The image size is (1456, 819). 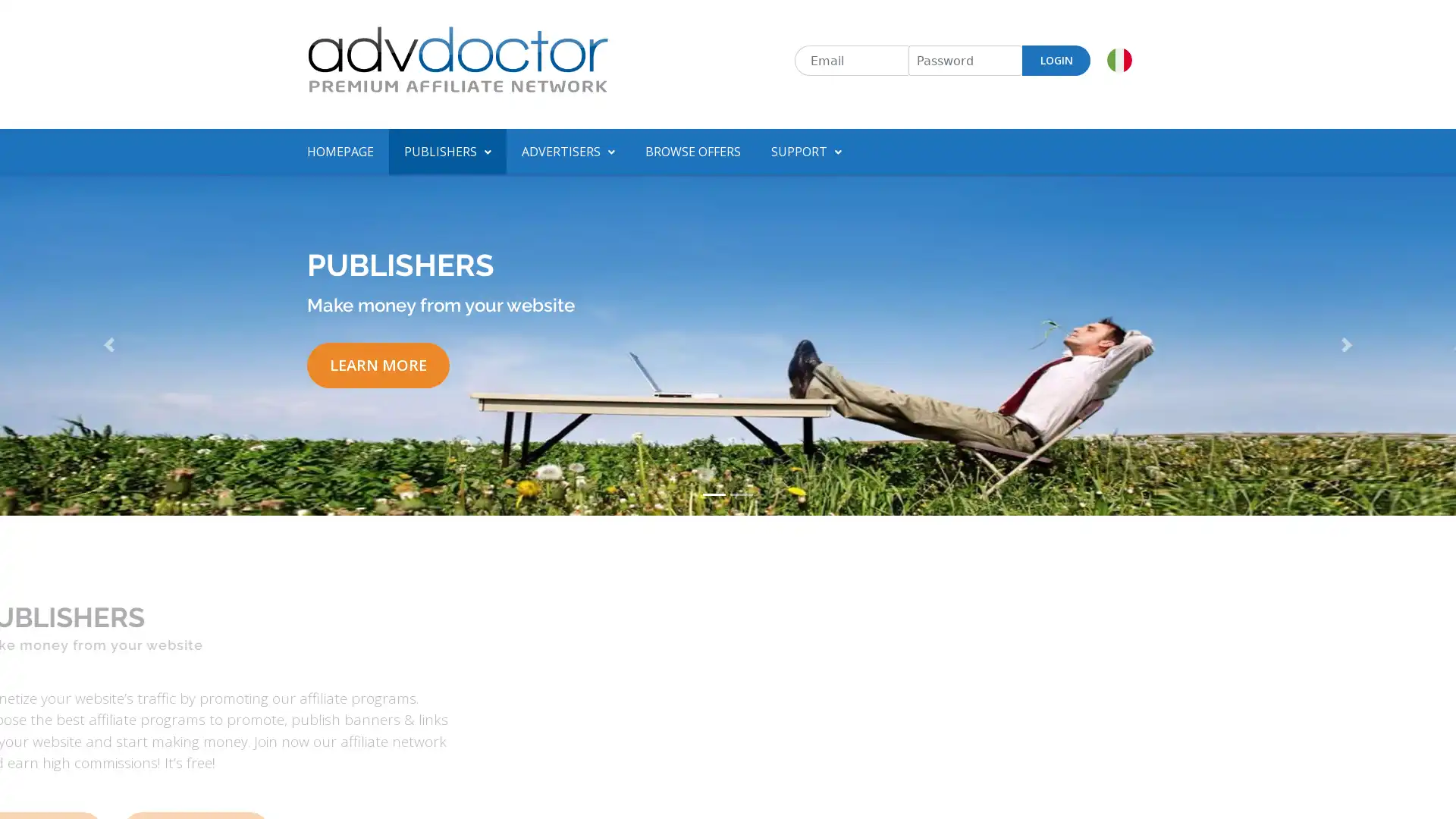 I want to click on LOGIN, so click(x=1055, y=60).